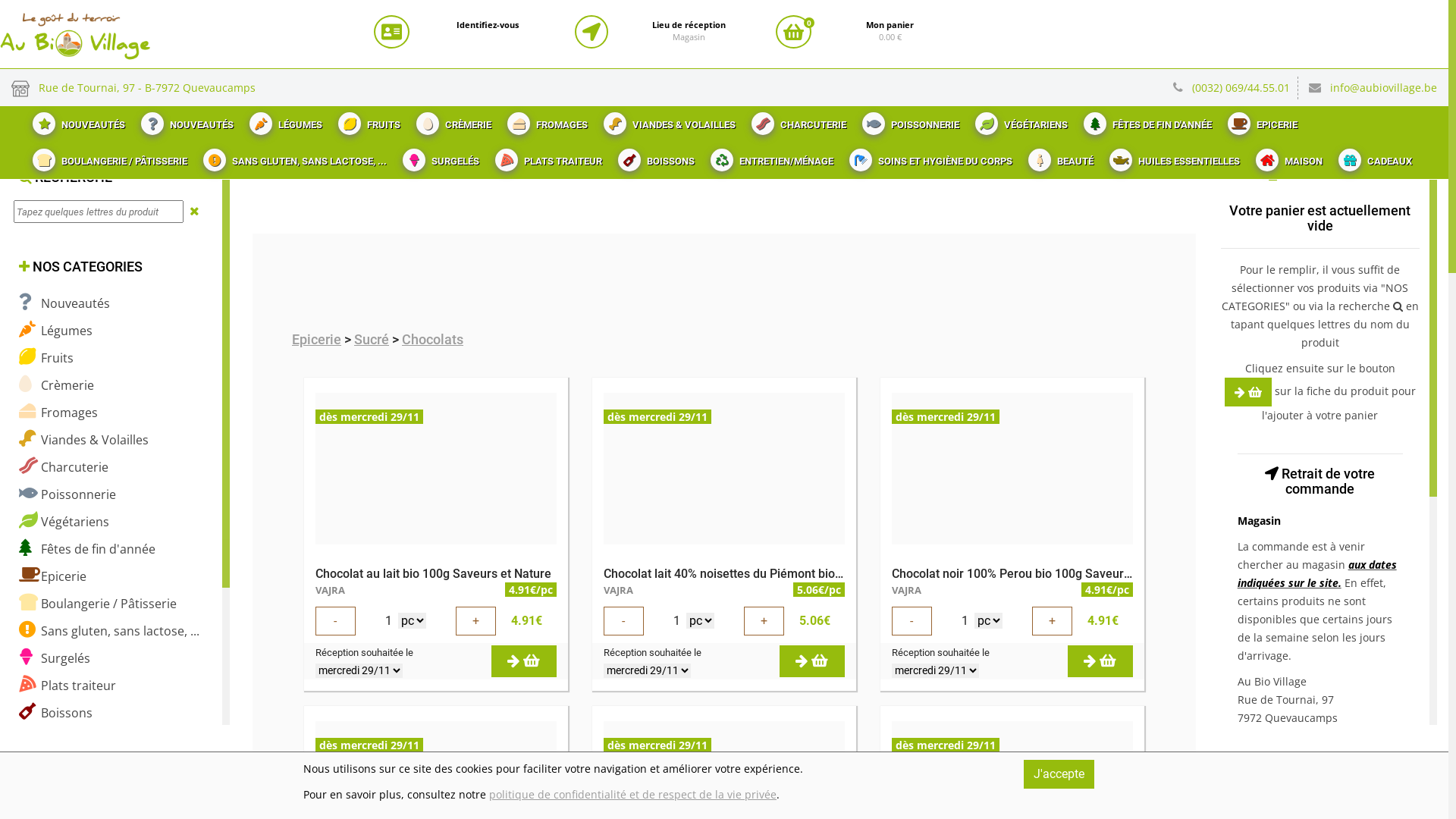  I want to click on 'Poissonnerie', so click(67, 494).